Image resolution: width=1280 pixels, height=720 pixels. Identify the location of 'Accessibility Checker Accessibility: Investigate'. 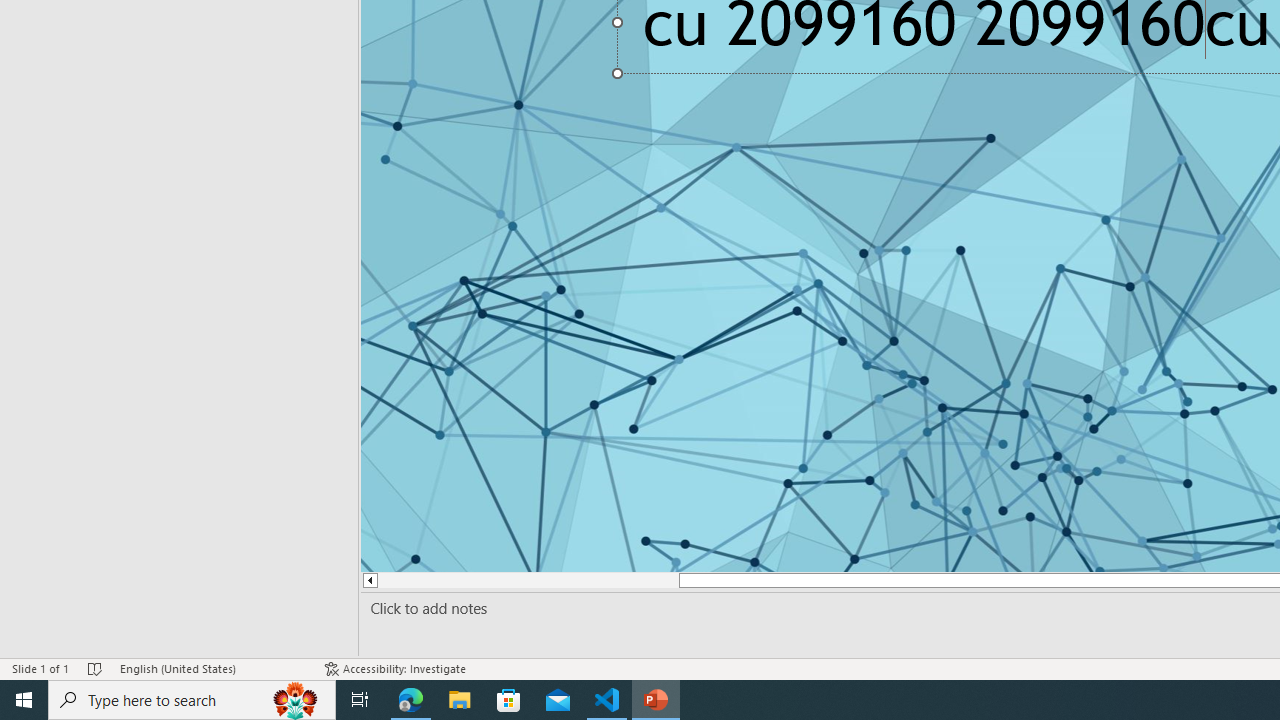
(397, 669).